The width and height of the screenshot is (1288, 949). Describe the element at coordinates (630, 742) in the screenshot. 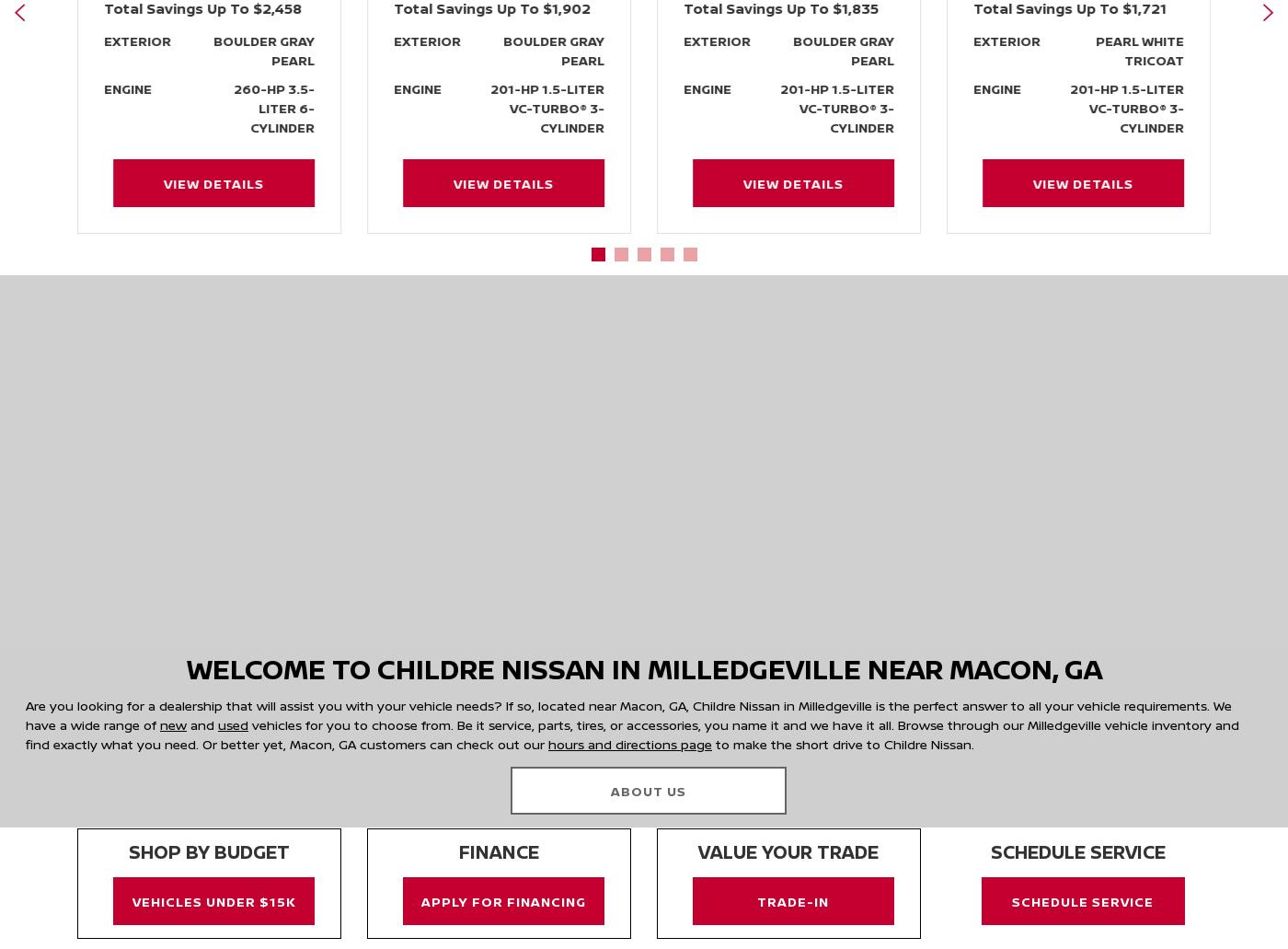

I see `'hours and directions page'` at that location.